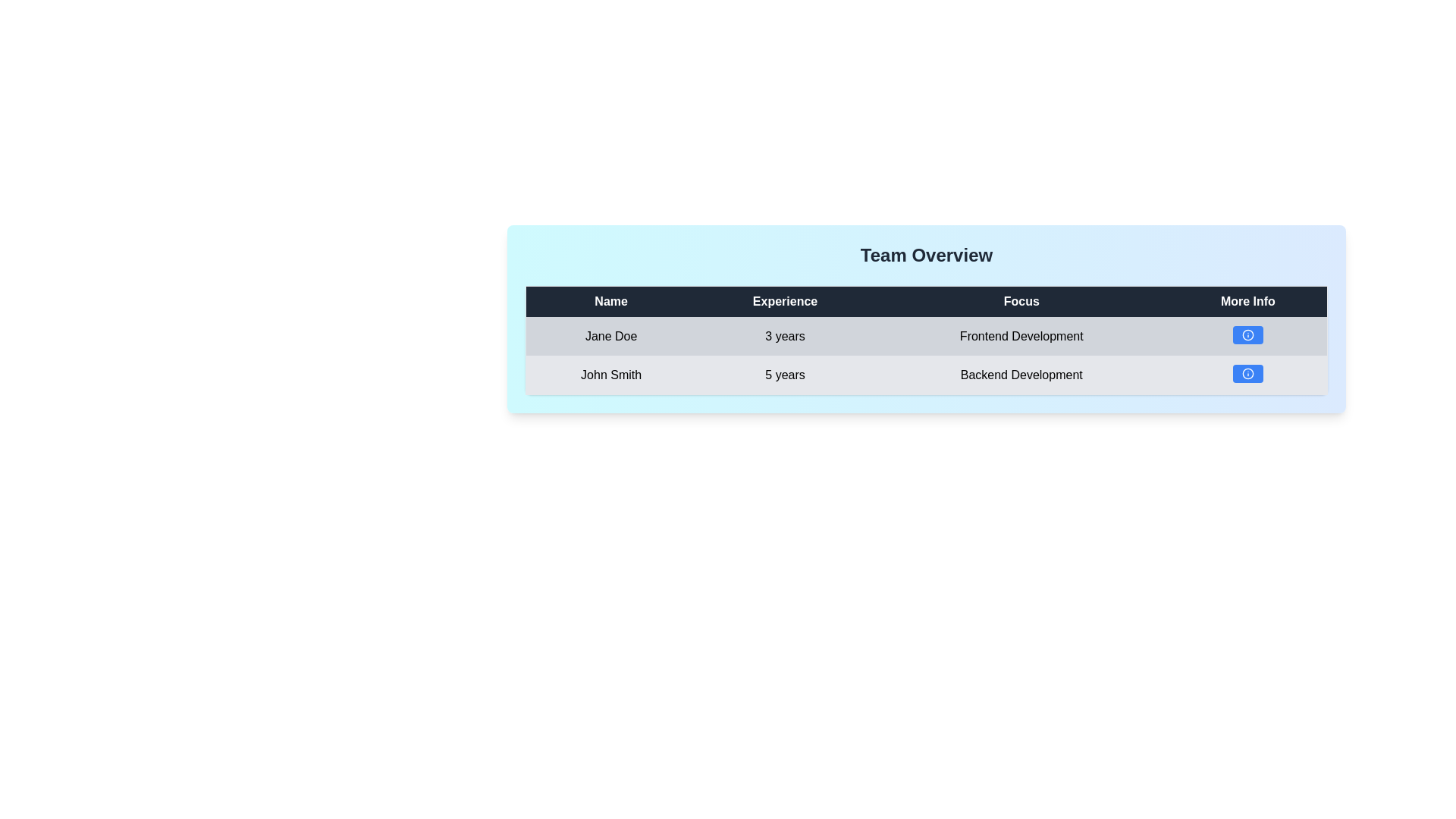 The image size is (1456, 819). What do you see at coordinates (1248, 335) in the screenshot?
I see `the blue rounded rectangular button with an information symbol ('i') at its center` at bounding box center [1248, 335].